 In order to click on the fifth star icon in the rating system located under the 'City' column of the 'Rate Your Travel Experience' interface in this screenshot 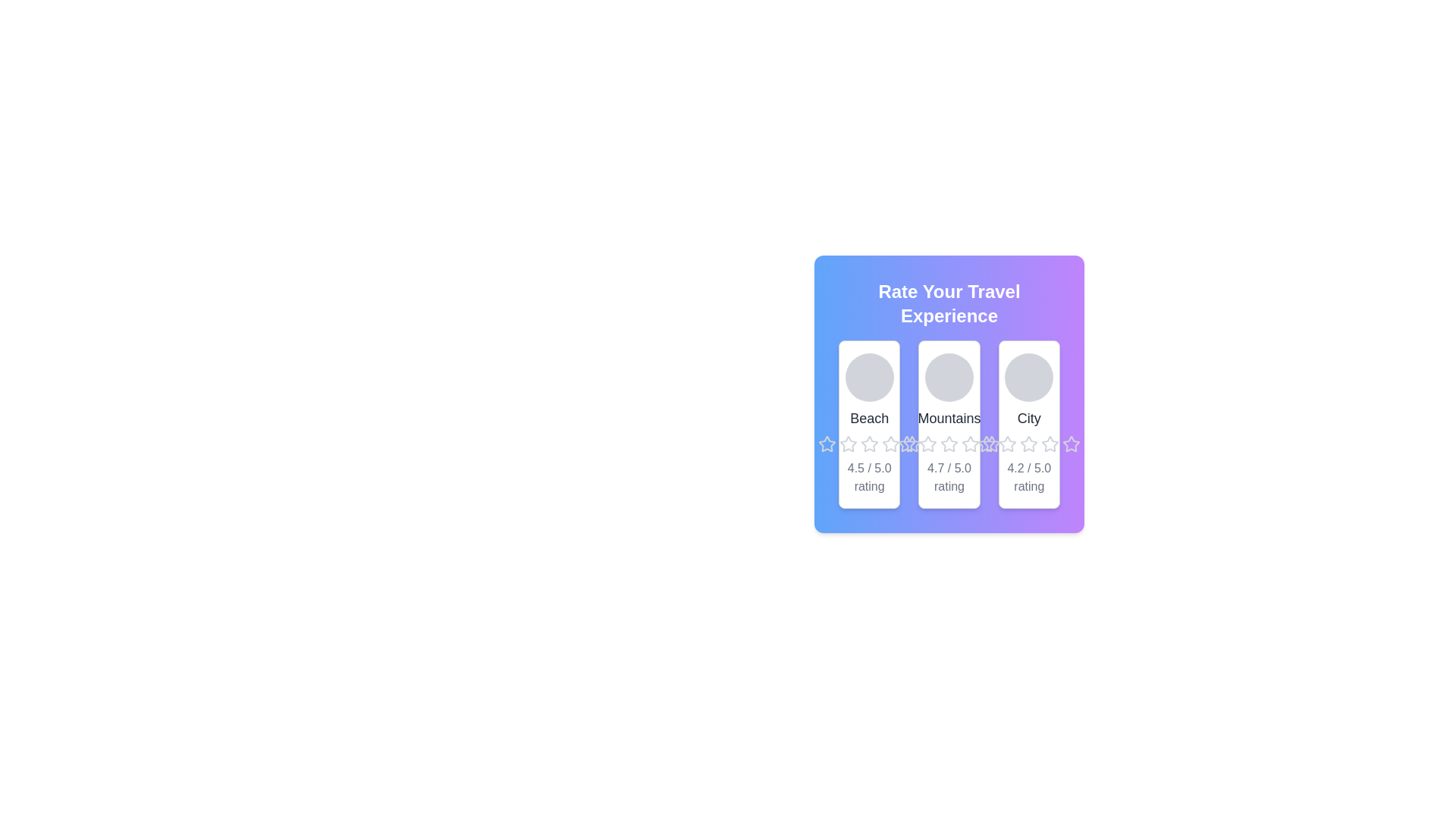, I will do `click(1050, 444)`.